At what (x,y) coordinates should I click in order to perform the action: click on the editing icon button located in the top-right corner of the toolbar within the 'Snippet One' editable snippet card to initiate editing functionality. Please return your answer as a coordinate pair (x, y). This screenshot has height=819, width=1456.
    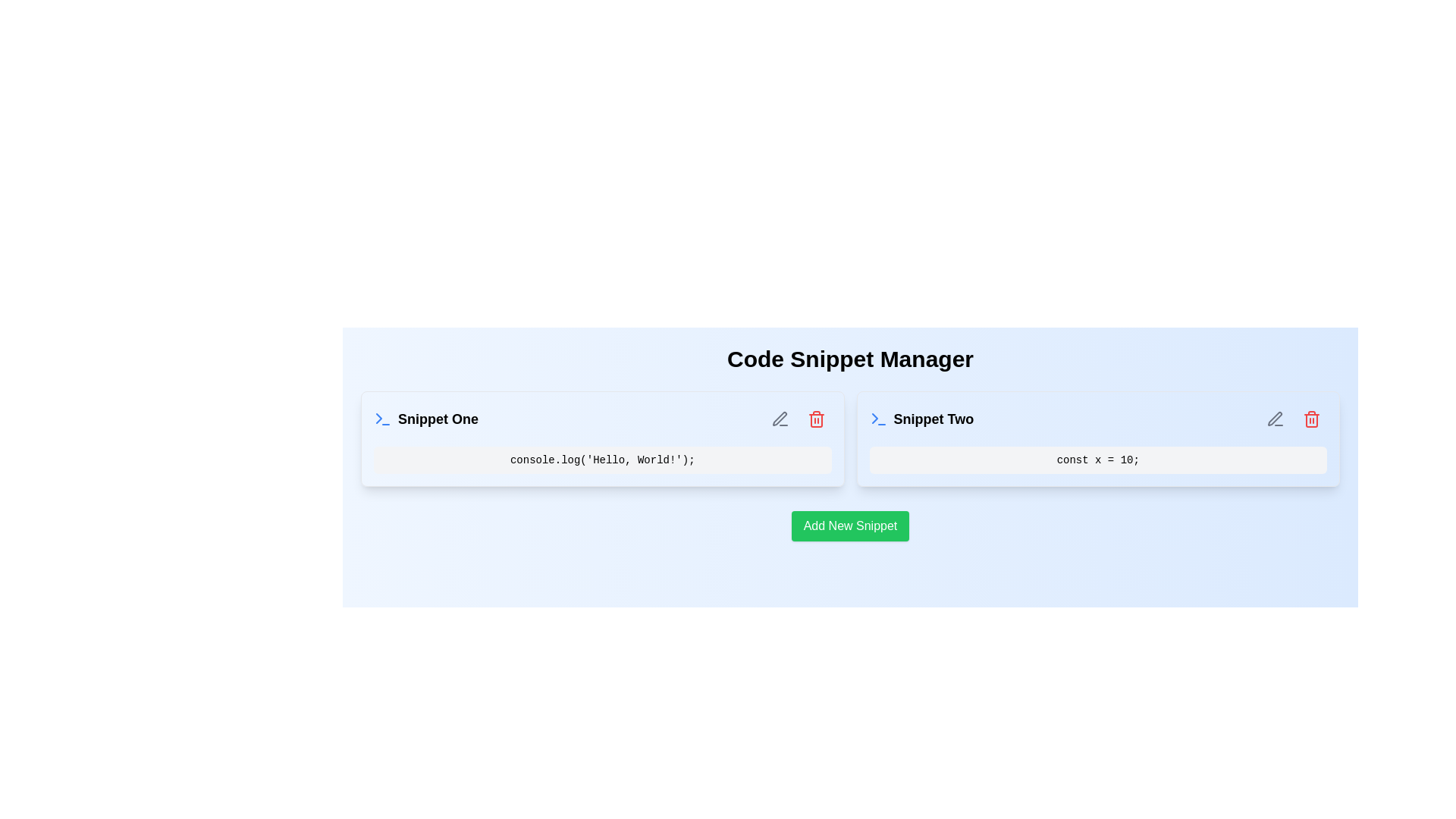
    Looking at the image, I should click on (780, 419).